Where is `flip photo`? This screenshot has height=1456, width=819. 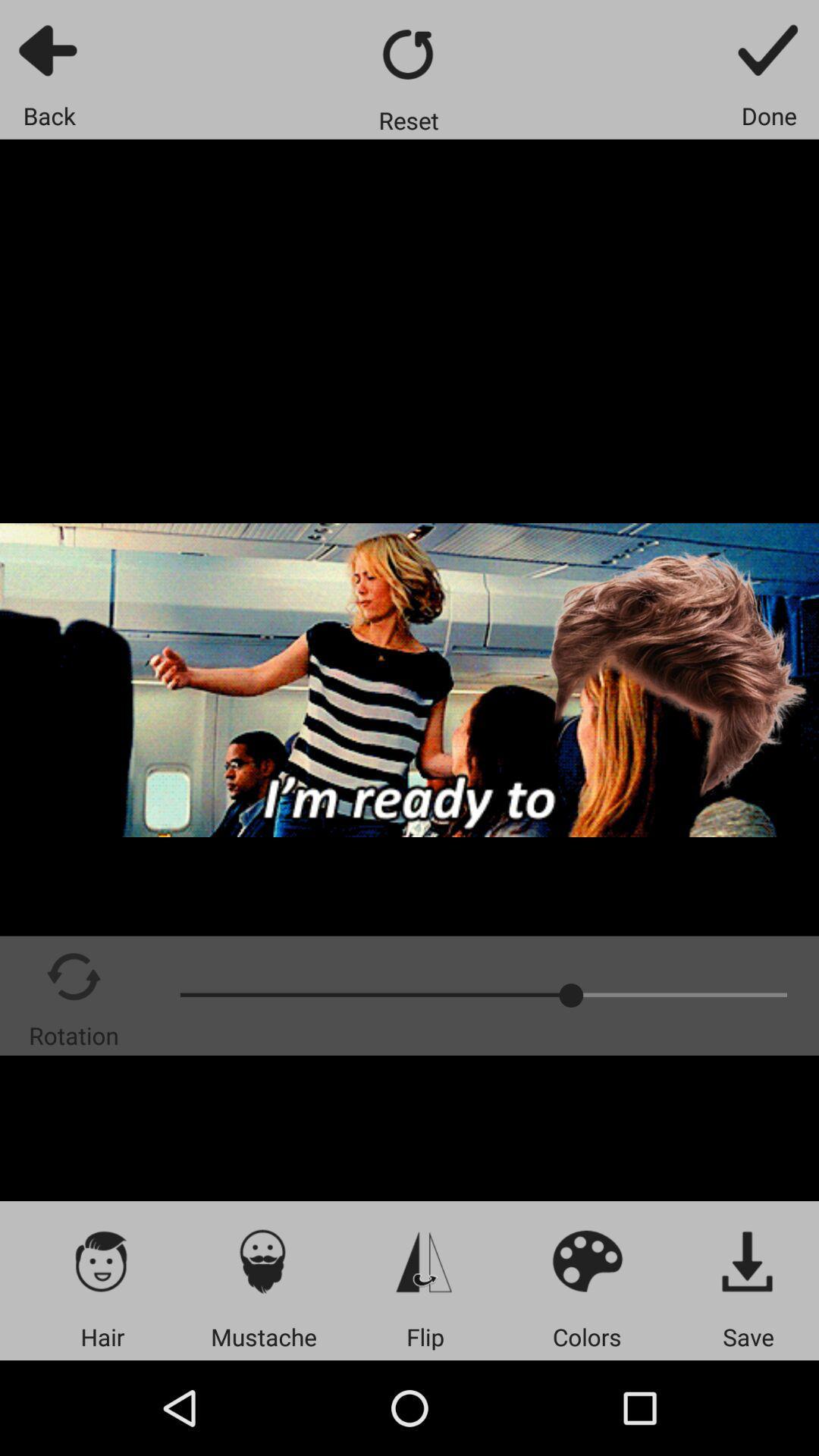
flip photo is located at coordinates (425, 1260).